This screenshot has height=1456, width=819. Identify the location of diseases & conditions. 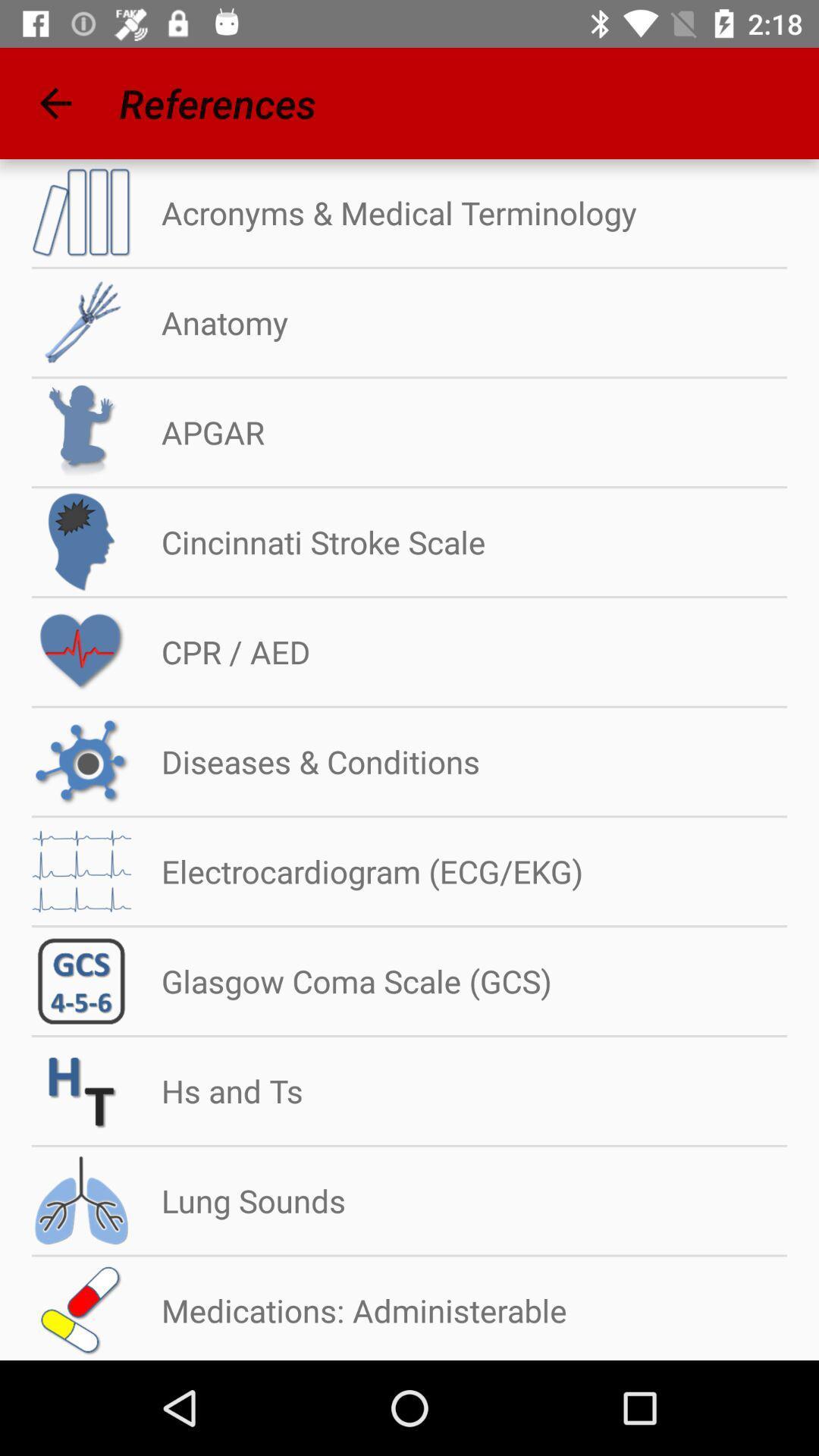
(306, 761).